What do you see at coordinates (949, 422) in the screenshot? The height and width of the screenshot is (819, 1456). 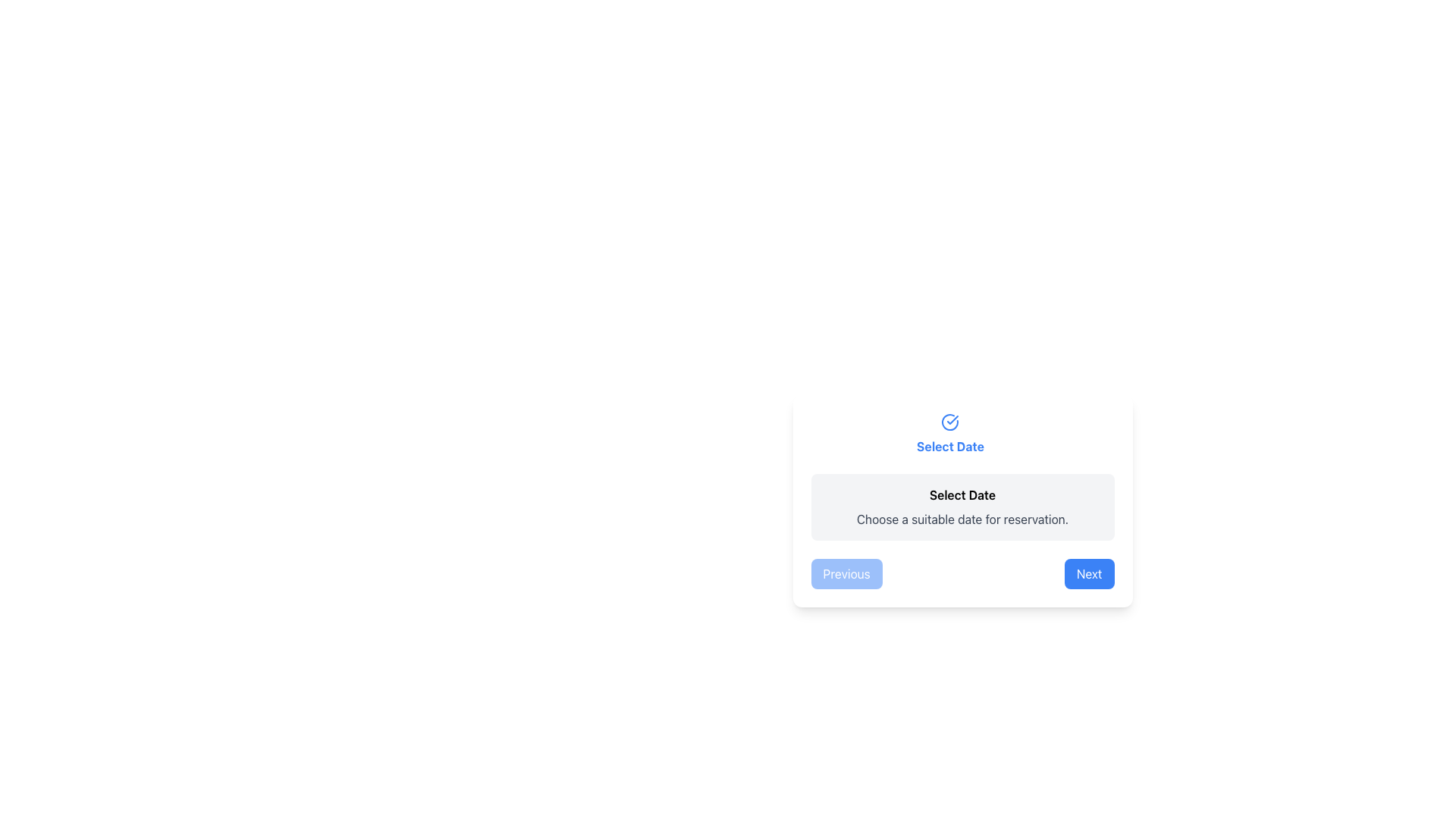 I see `the circular checkmark icon, which is styled as a blue stroked circle with a checkmark inside, located above the text 'Select Date'` at bounding box center [949, 422].